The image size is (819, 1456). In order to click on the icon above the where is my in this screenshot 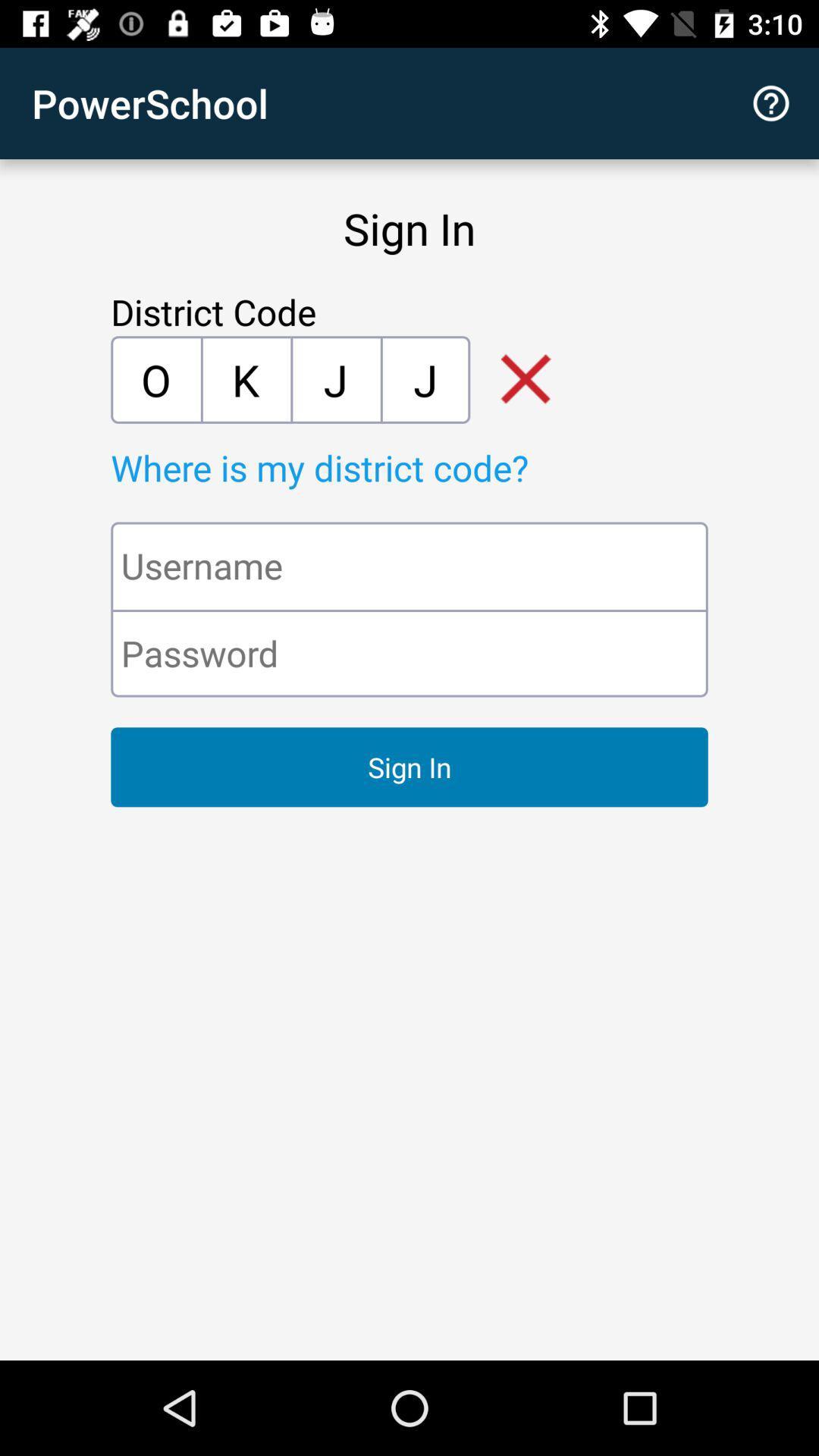, I will do `click(155, 379)`.